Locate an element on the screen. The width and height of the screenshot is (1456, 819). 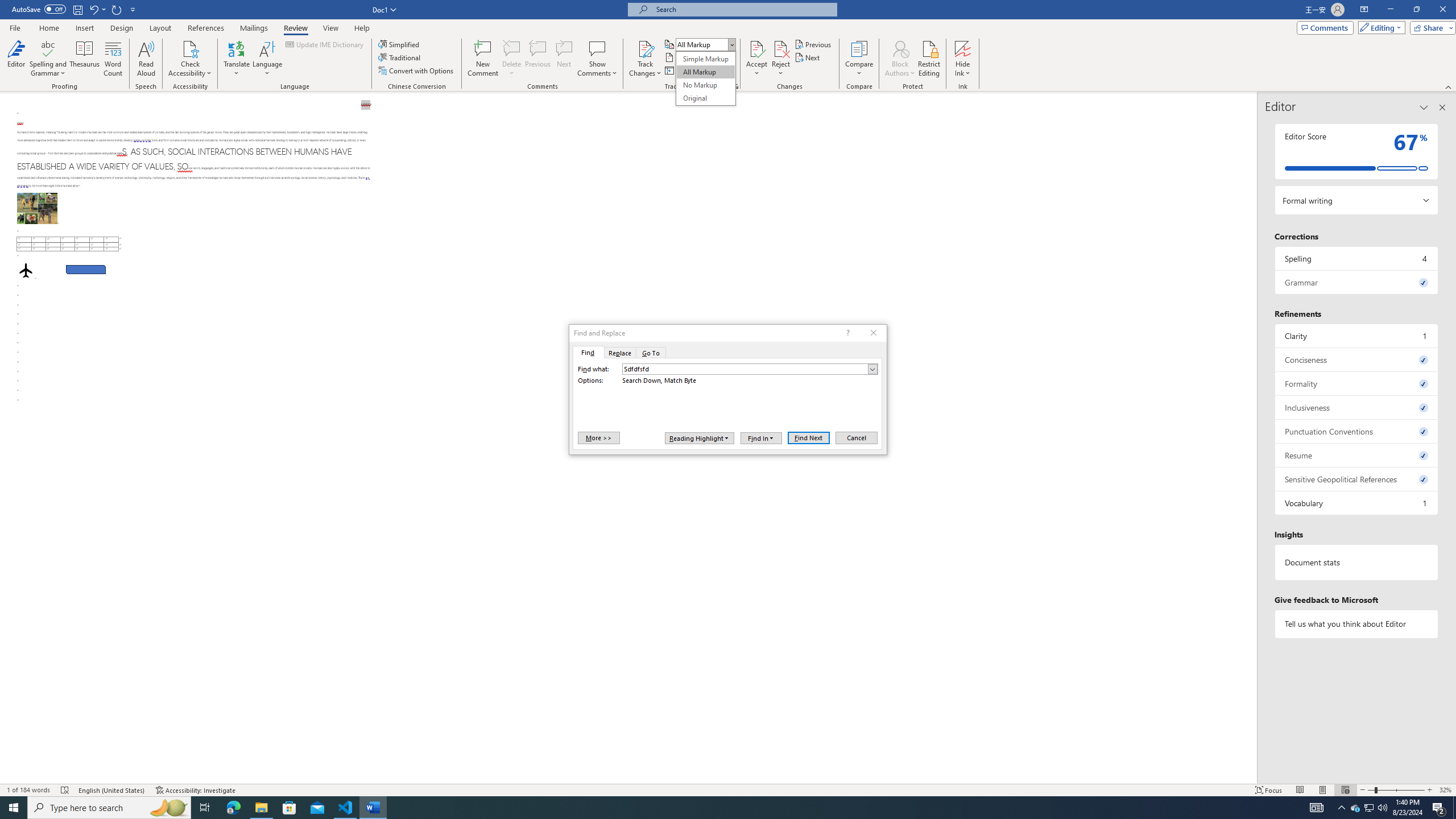
'Action Center, 2 new notifications' is located at coordinates (1439, 806).